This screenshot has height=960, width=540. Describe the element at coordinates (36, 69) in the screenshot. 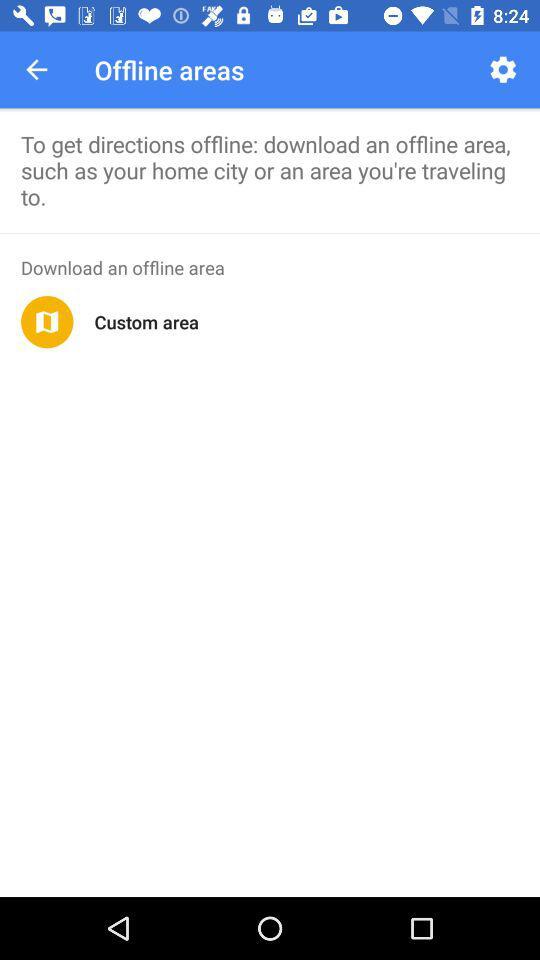

I see `the item at the top left corner` at that location.